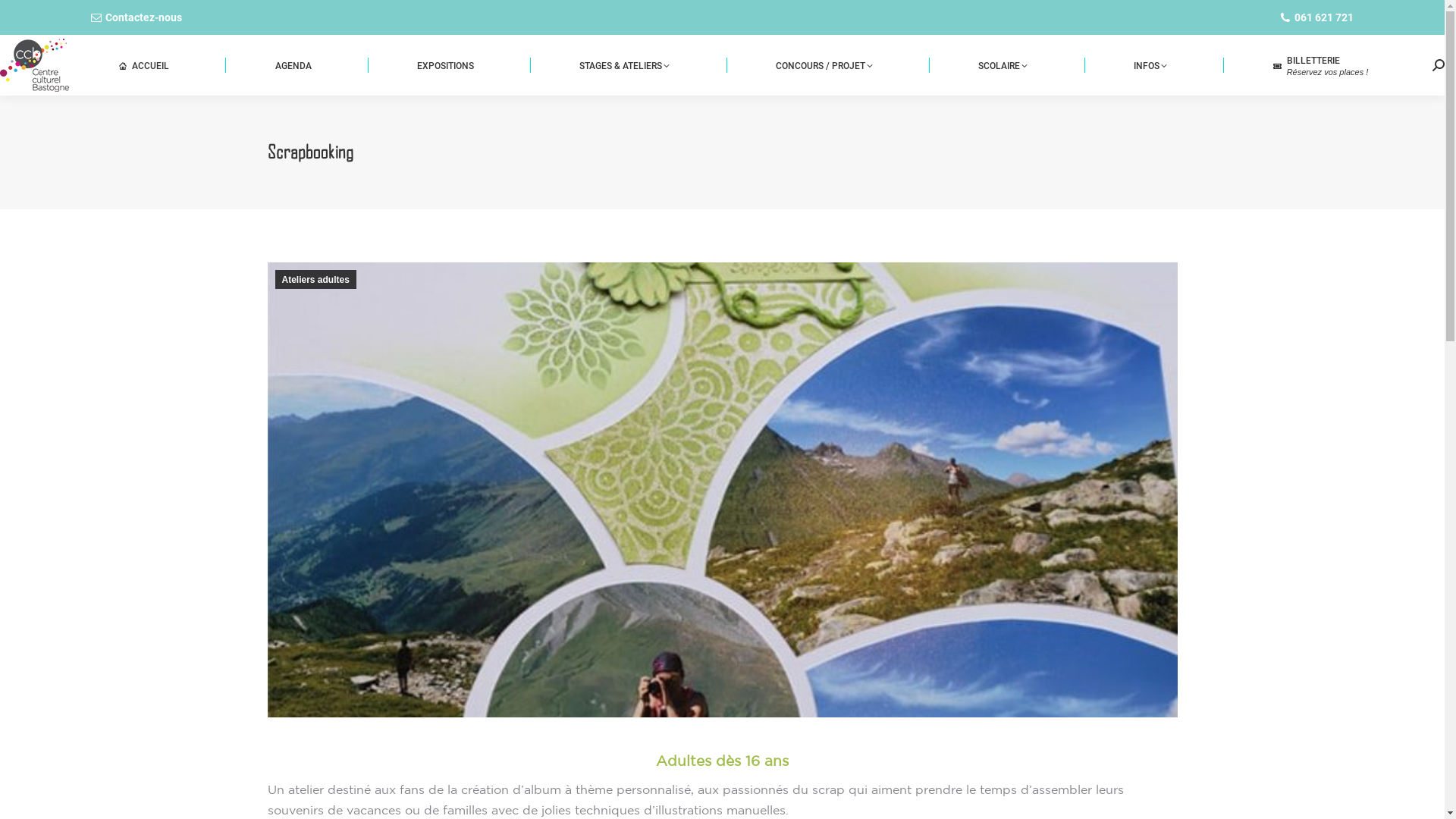  What do you see at coordinates (136, 17) in the screenshot?
I see `'Contactez-nous'` at bounding box center [136, 17].